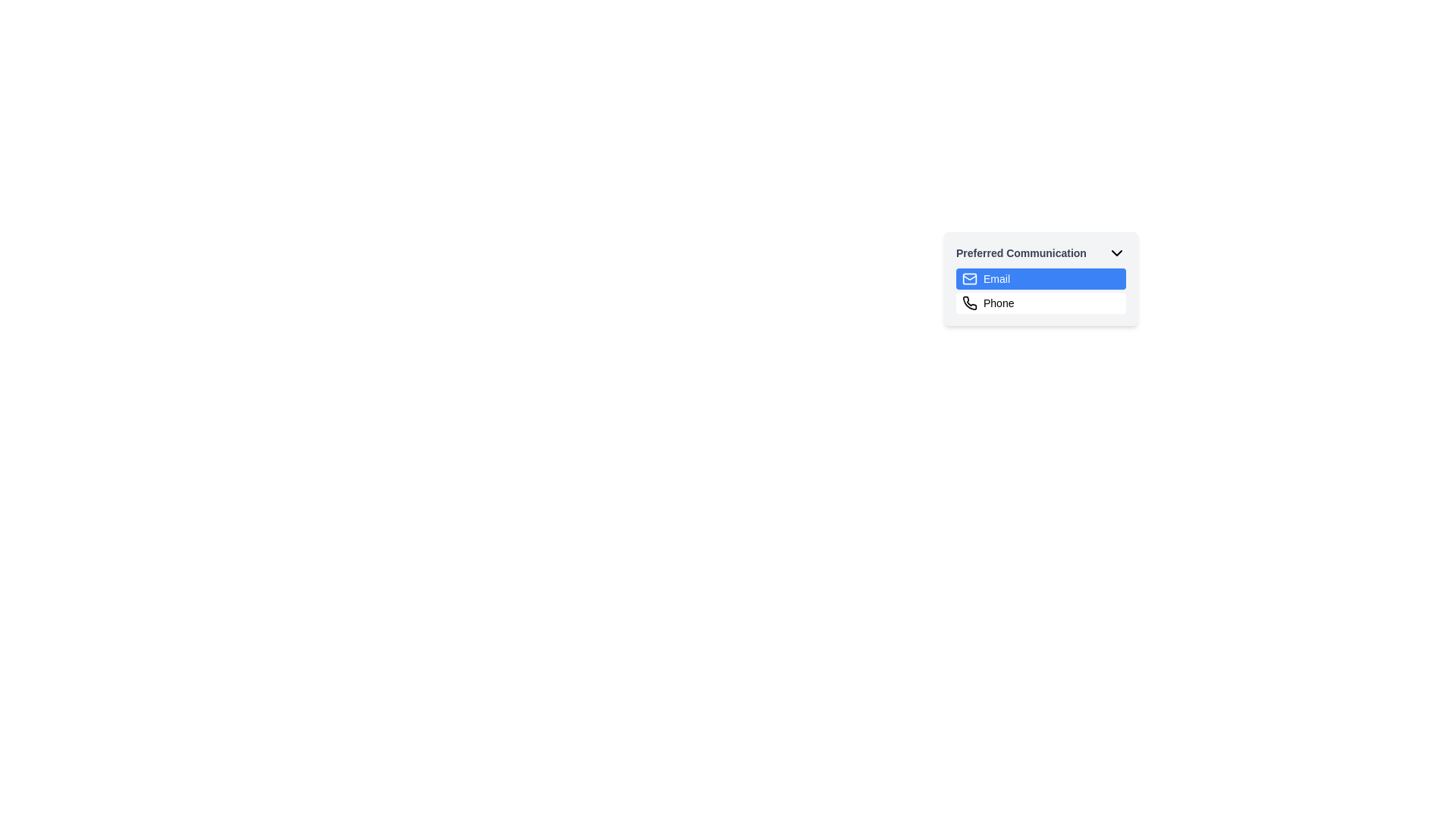 The width and height of the screenshot is (1456, 819). Describe the element at coordinates (996, 278) in the screenshot. I see `'Email' label located within the blue rounded rectangular button in the dropdown menu under the 'Preferred Communication' section` at that location.